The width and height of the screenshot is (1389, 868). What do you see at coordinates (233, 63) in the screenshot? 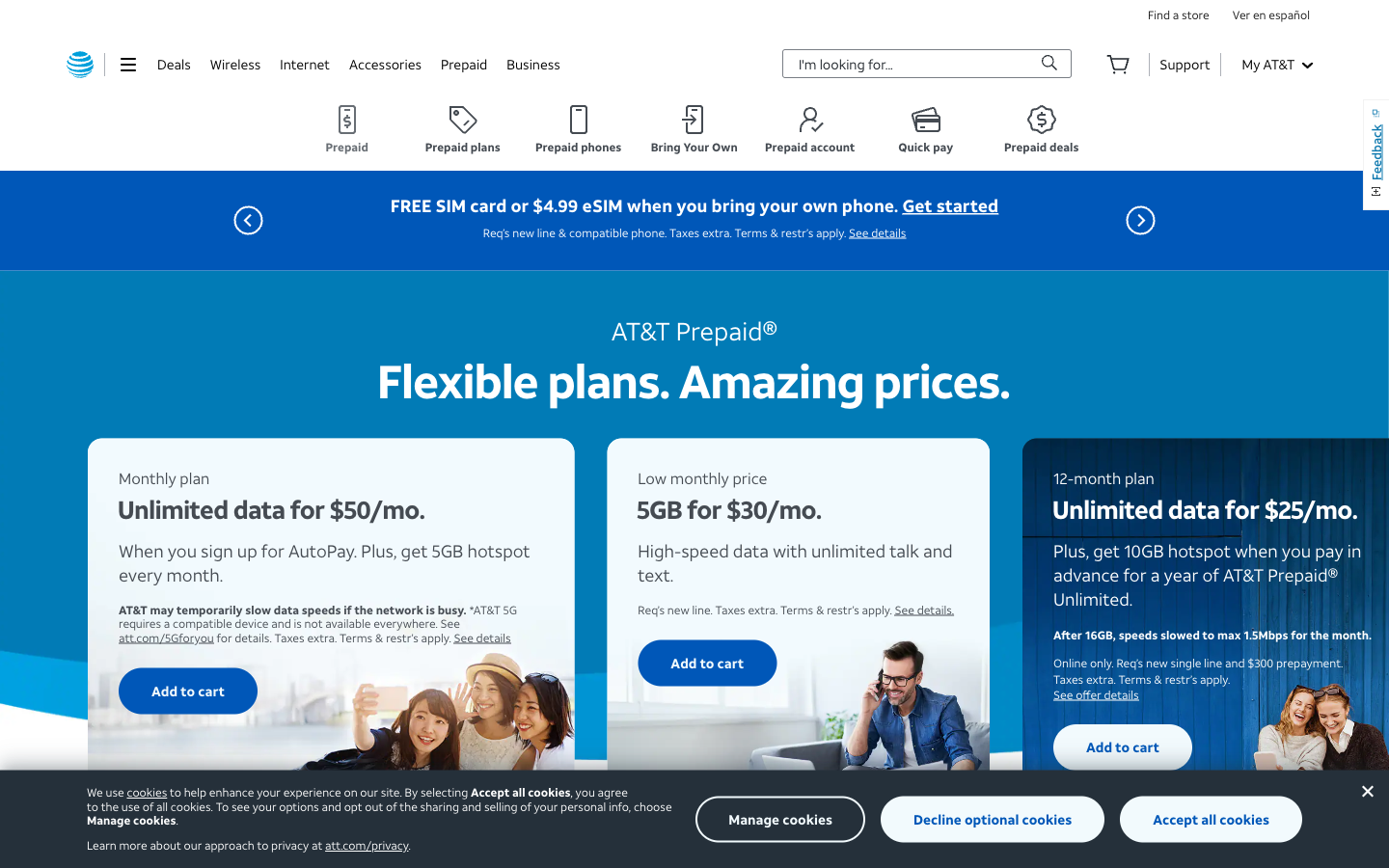
I see `the "Wireless" tab` at bounding box center [233, 63].